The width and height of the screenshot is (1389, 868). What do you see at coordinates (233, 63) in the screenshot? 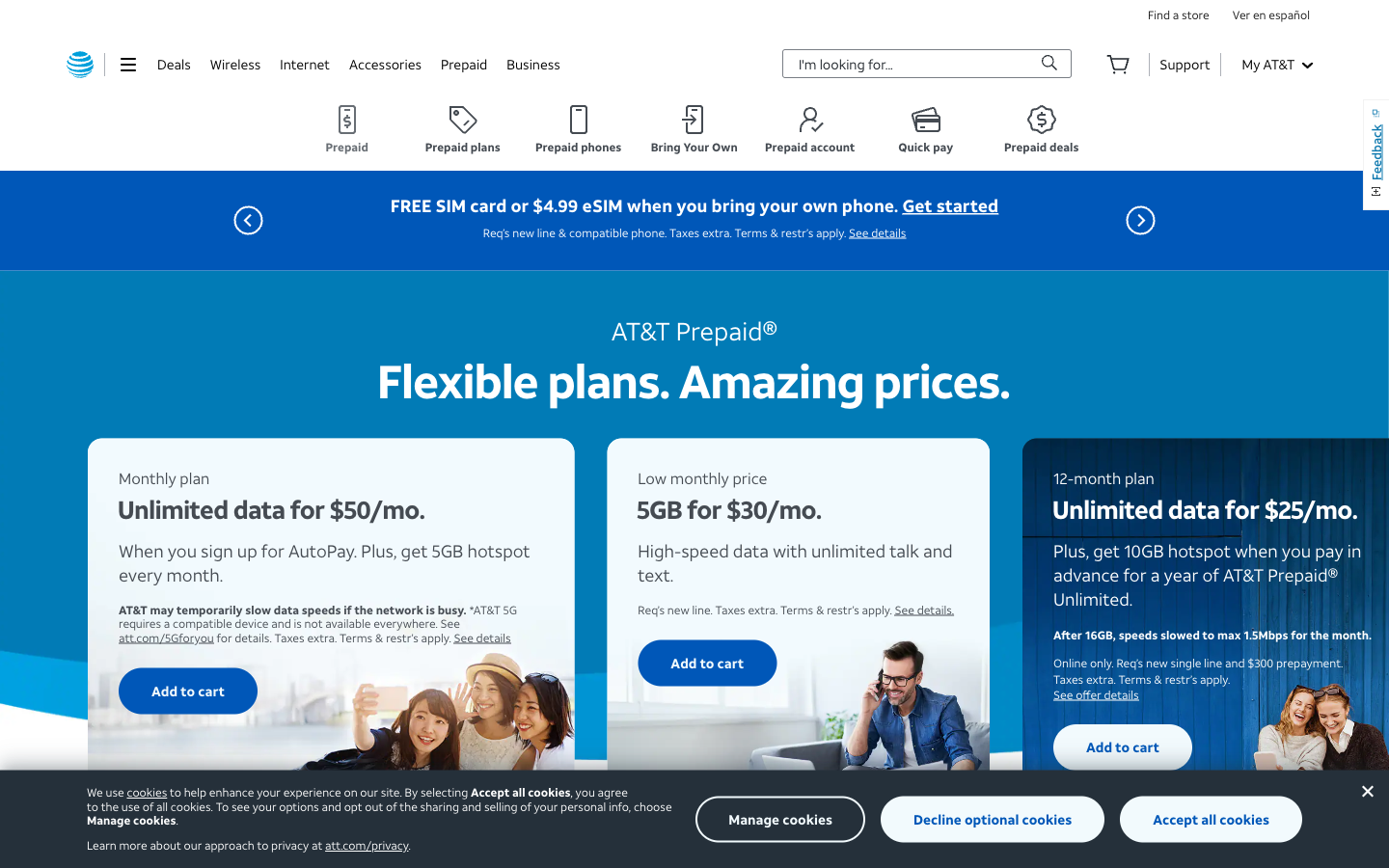
I see `the "Wireless" tab` at bounding box center [233, 63].